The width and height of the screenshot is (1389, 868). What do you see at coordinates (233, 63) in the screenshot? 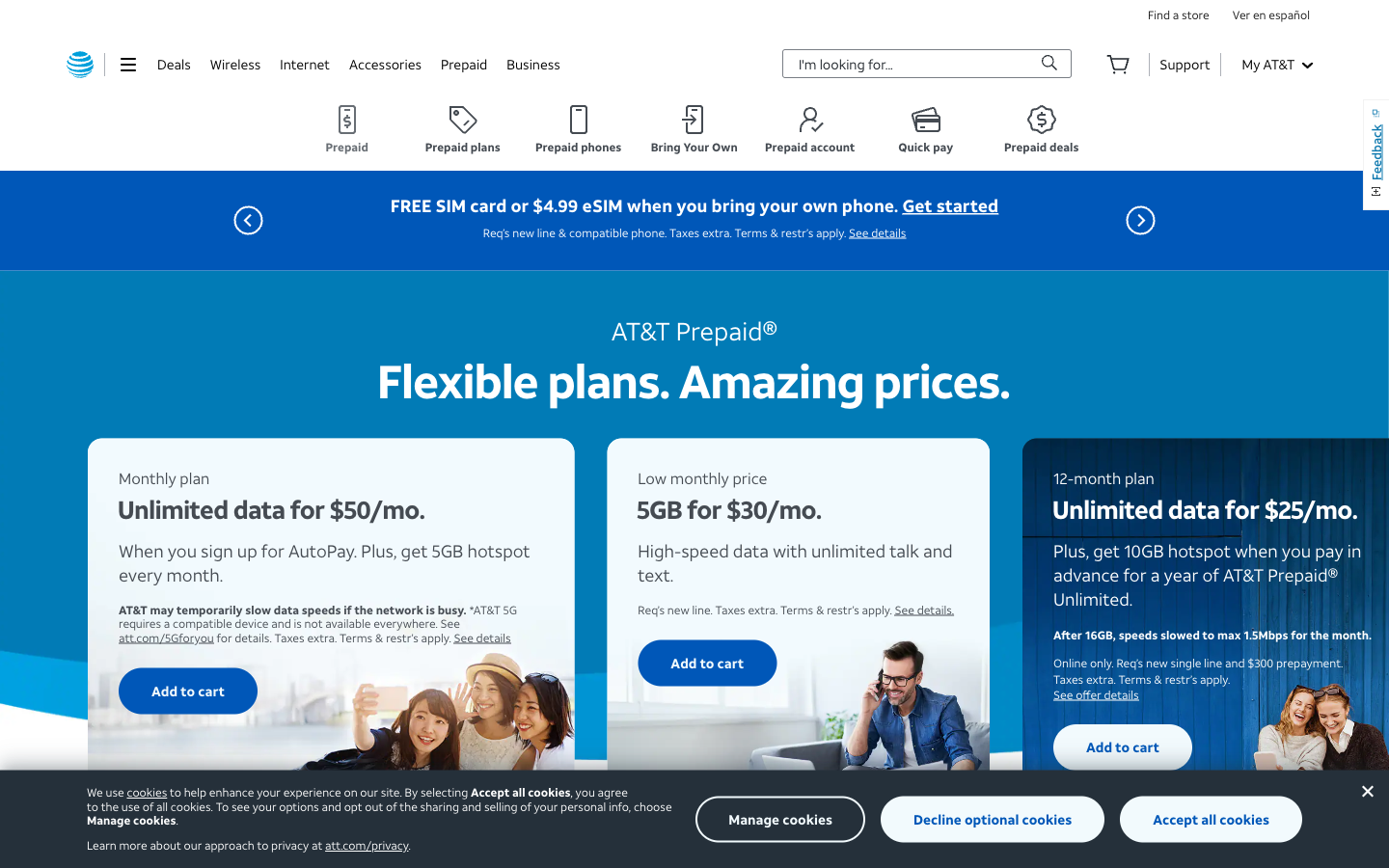
I see `the "Wireless" tab` at bounding box center [233, 63].